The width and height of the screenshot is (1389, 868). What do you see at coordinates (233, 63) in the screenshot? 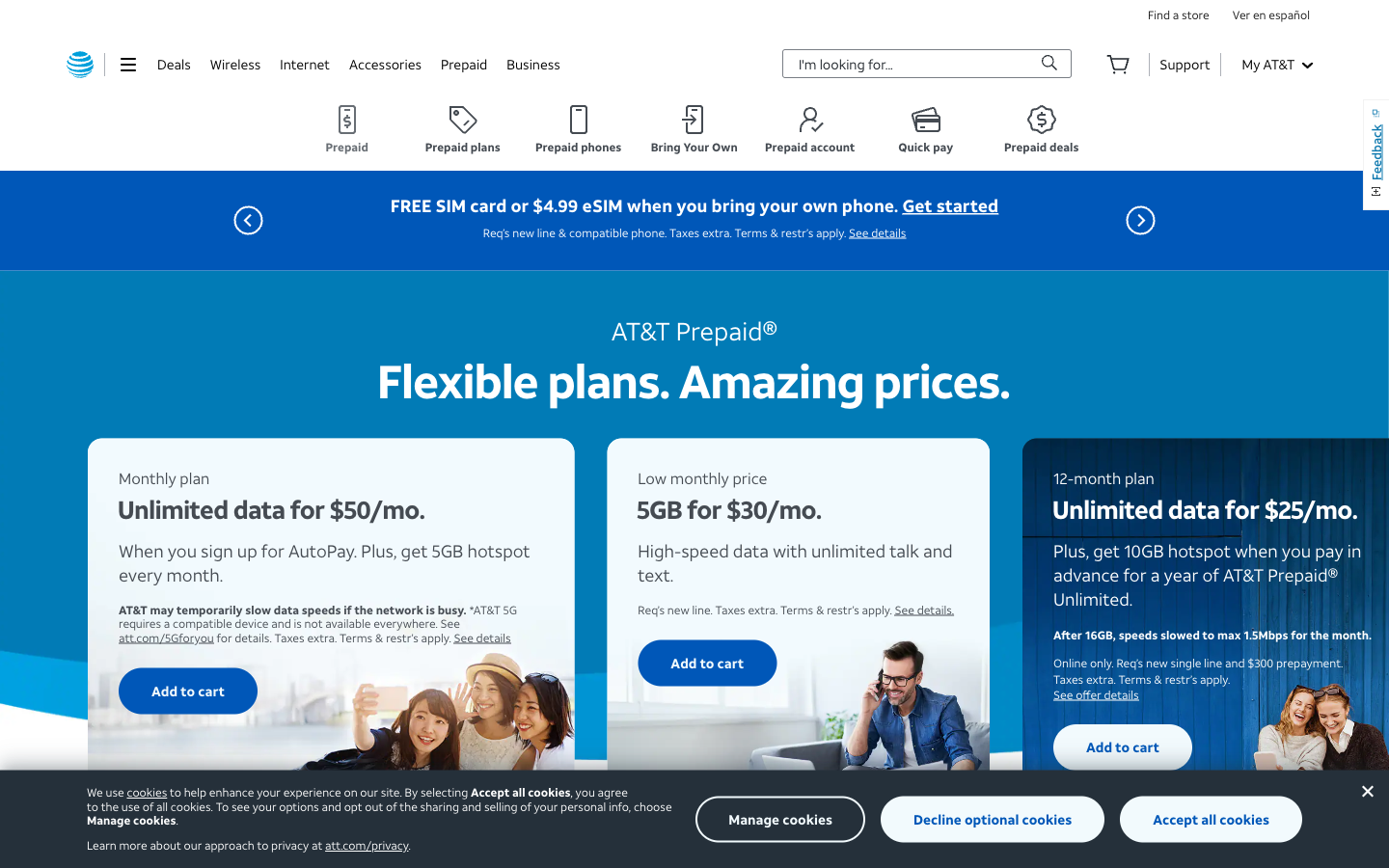
I see `the "Wireless" tab` at bounding box center [233, 63].